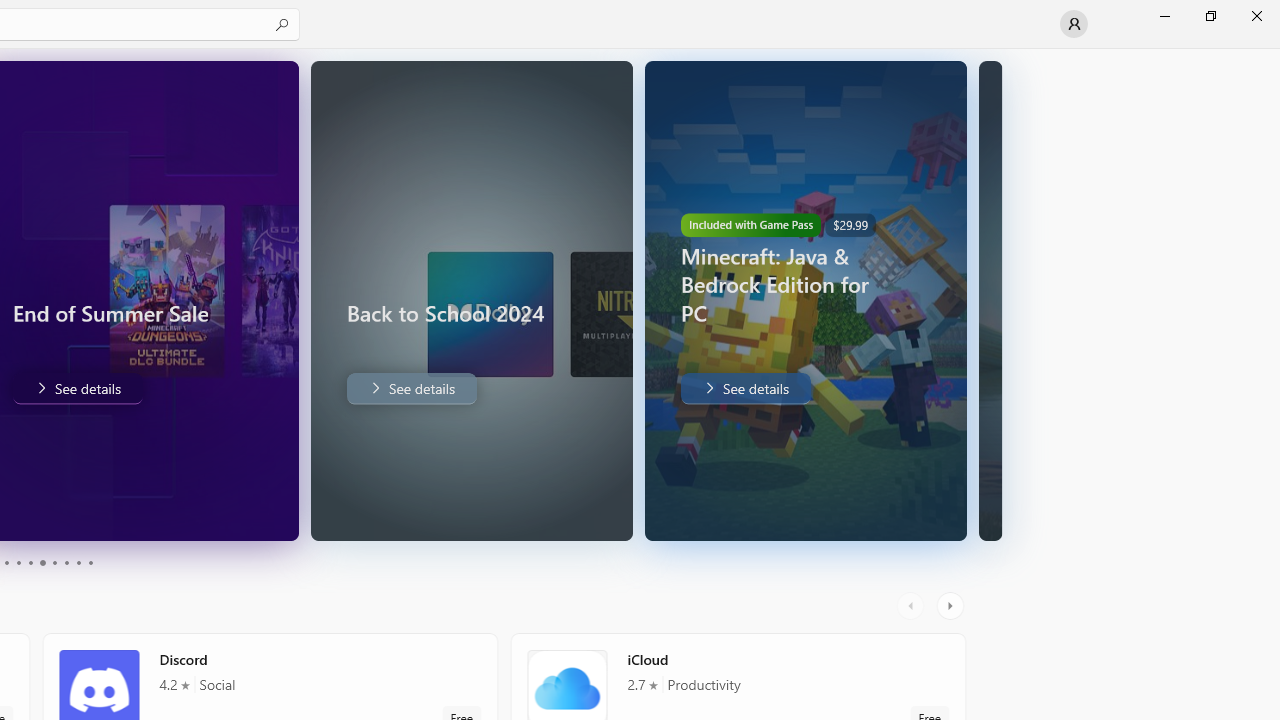 This screenshot has width=1280, height=720. What do you see at coordinates (1209, 15) in the screenshot?
I see `'Restore Microsoft Store'` at bounding box center [1209, 15].